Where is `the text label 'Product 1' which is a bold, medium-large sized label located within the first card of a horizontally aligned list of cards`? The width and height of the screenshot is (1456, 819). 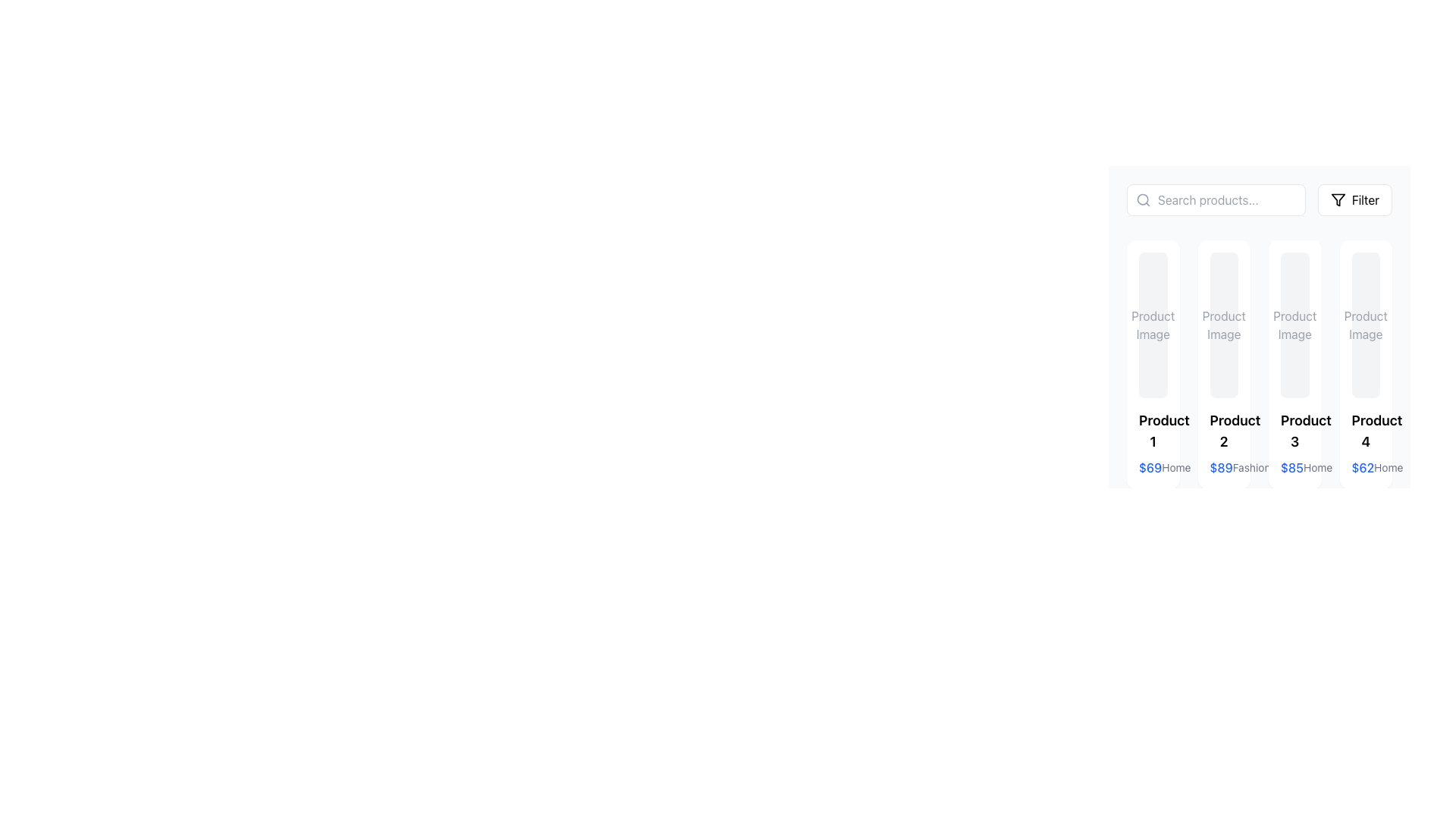 the text label 'Product 1' which is a bold, medium-large sized label located within the first card of a horizontally aligned list of cards is located at coordinates (1153, 431).